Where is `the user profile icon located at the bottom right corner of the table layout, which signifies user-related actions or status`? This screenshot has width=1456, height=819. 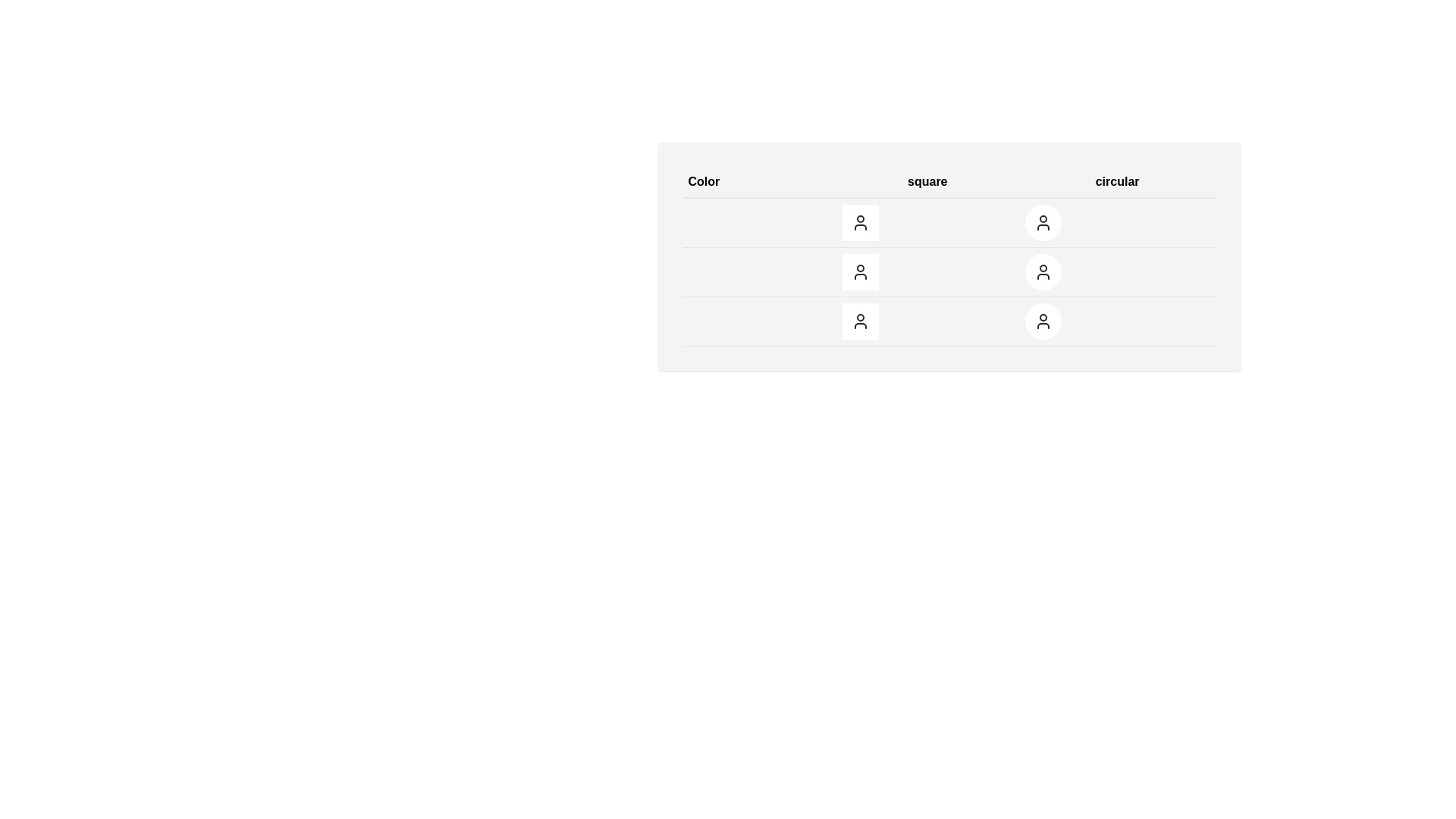 the user profile icon located at the bottom right corner of the table layout, which signifies user-related actions or status is located at coordinates (1042, 321).